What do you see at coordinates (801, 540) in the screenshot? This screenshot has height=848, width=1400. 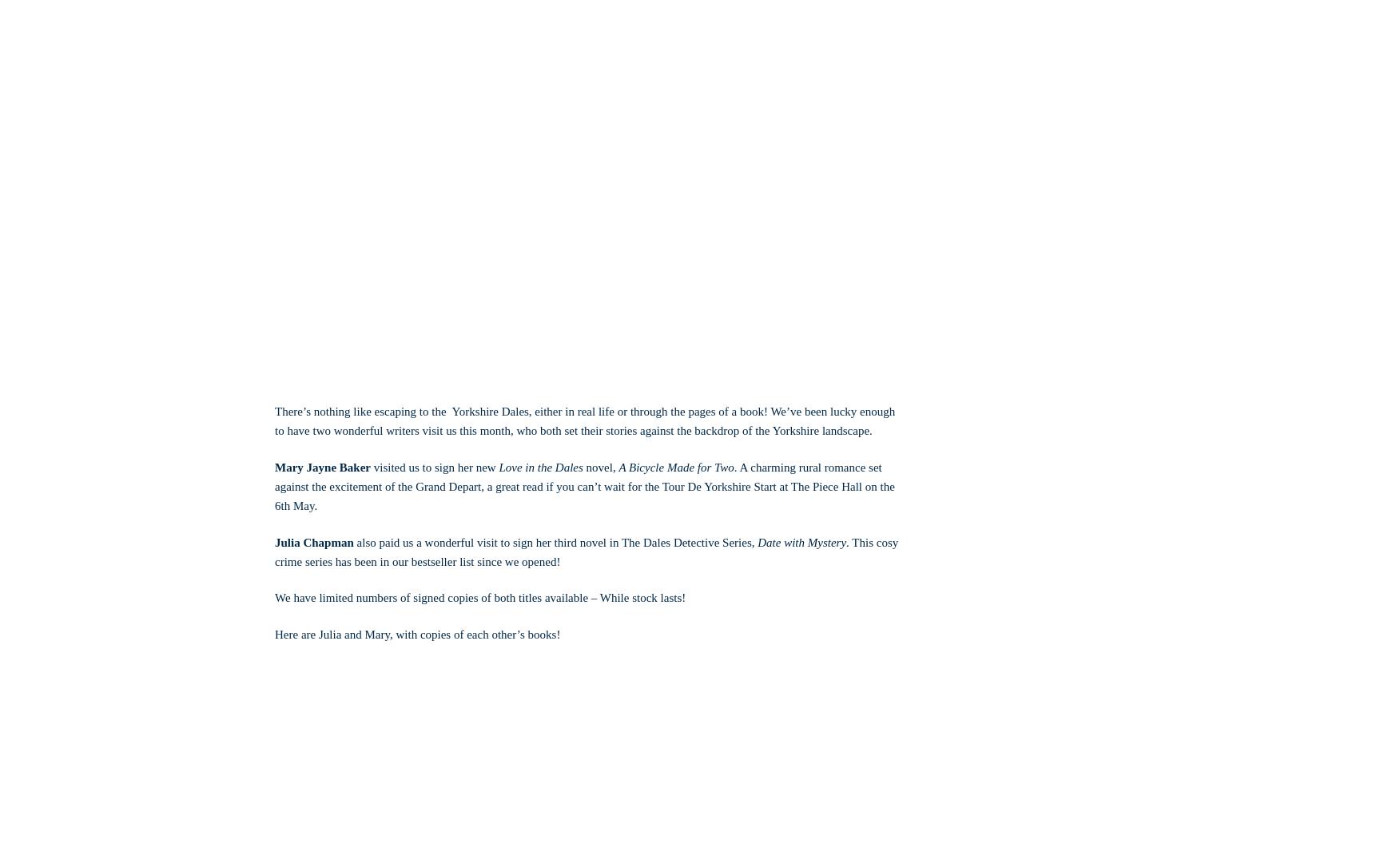 I see `'Date with Mystery'` at bounding box center [801, 540].